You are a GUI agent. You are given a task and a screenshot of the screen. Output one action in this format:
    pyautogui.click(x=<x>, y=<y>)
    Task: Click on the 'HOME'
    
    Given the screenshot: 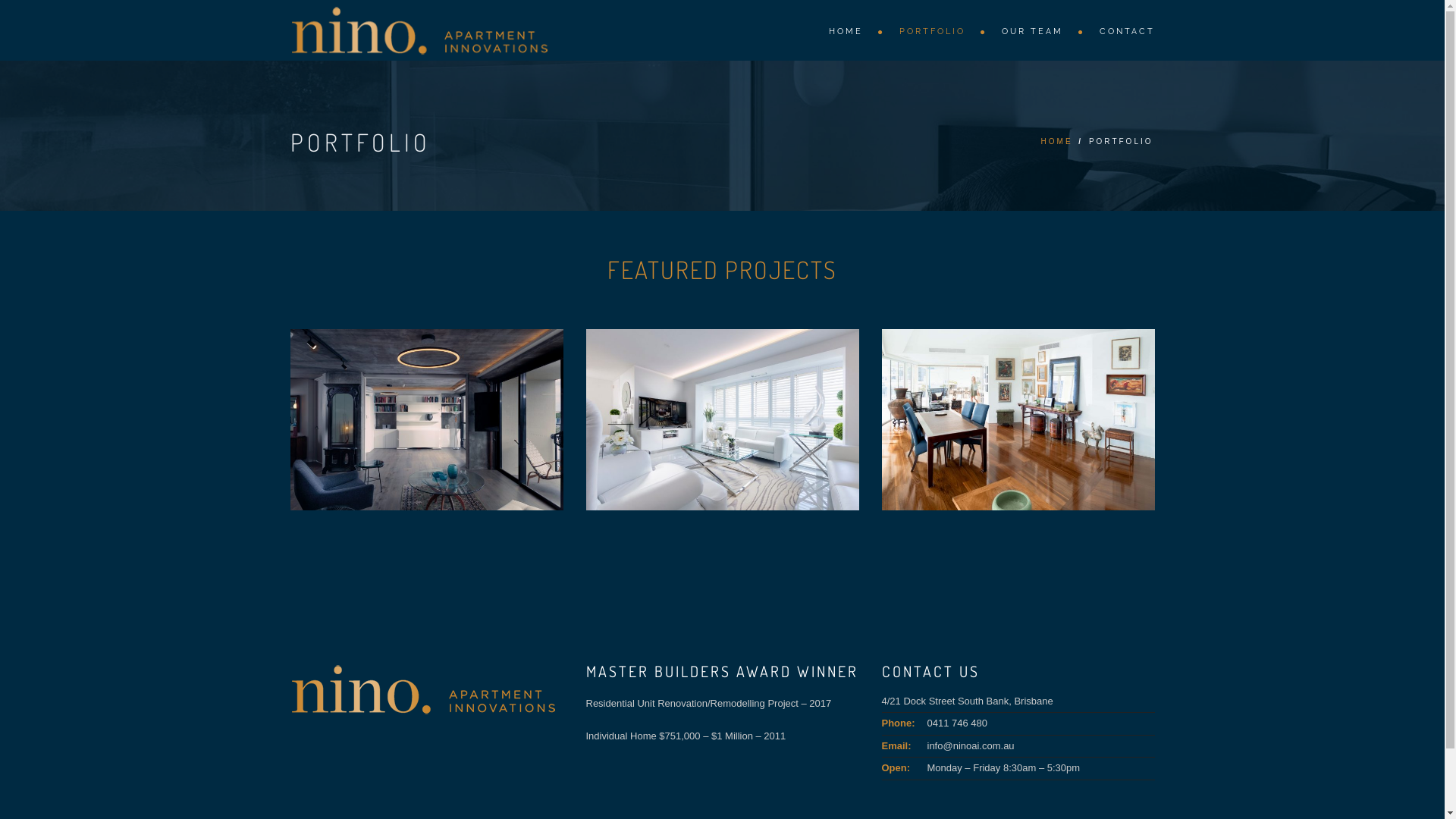 What is the action you would take?
    pyautogui.click(x=847, y=30)
    